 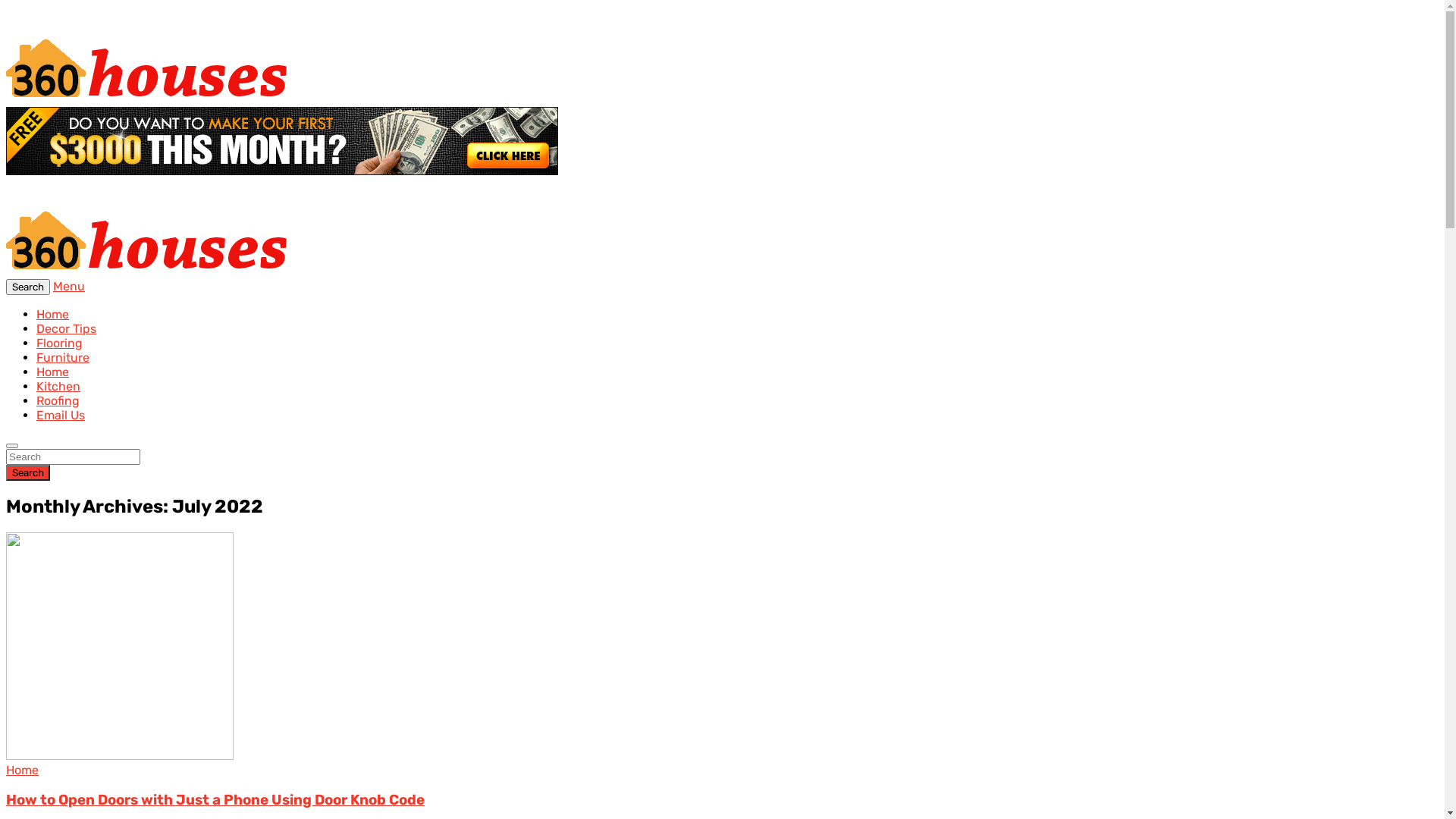 What do you see at coordinates (214, 799) in the screenshot?
I see `'How to Open Doors with Just a Phone Using Door Knob Code'` at bounding box center [214, 799].